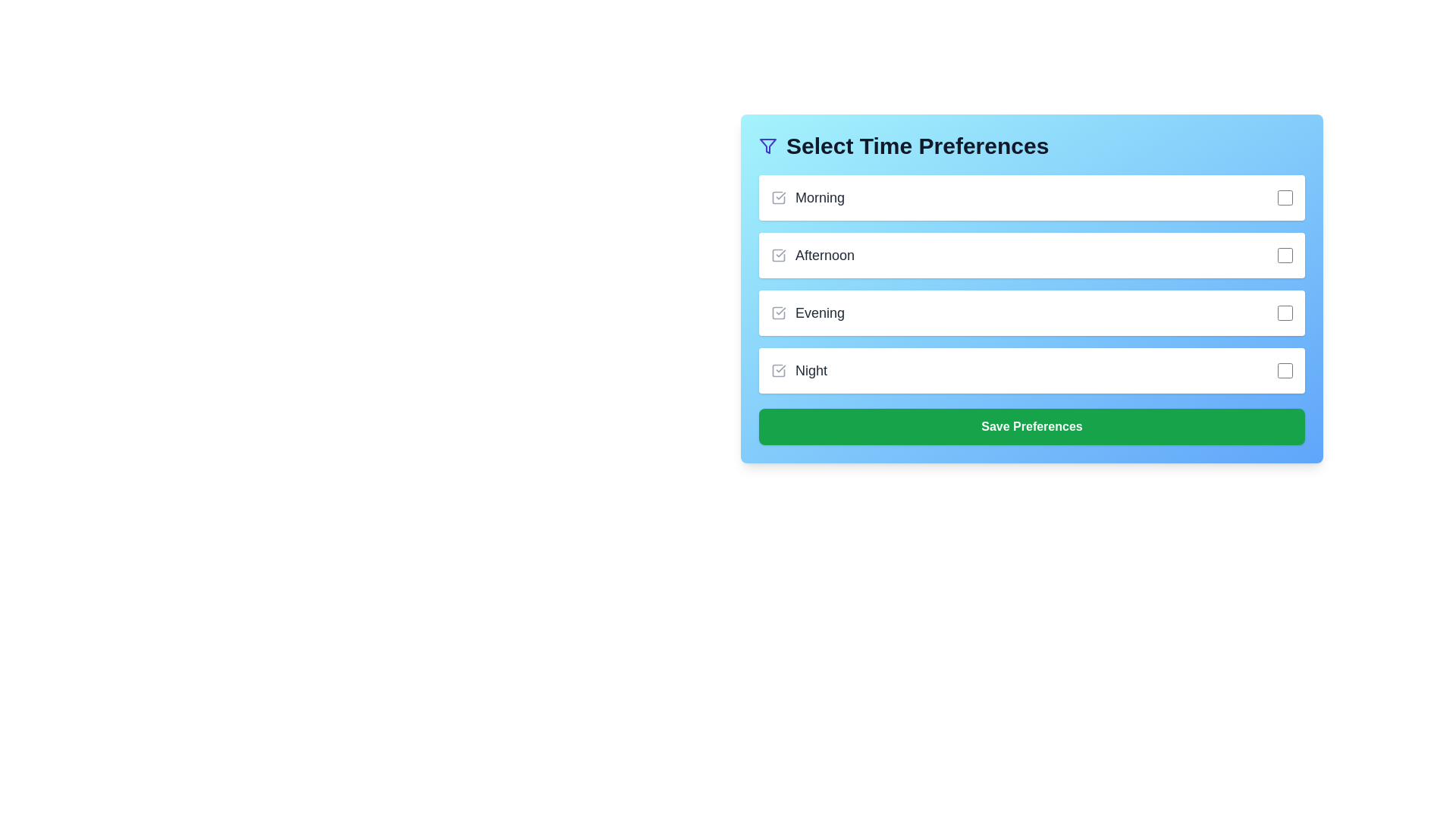  What do you see at coordinates (1284, 254) in the screenshot?
I see `the checkbox located at the far right edge of the 'Afternoon' row` at bounding box center [1284, 254].